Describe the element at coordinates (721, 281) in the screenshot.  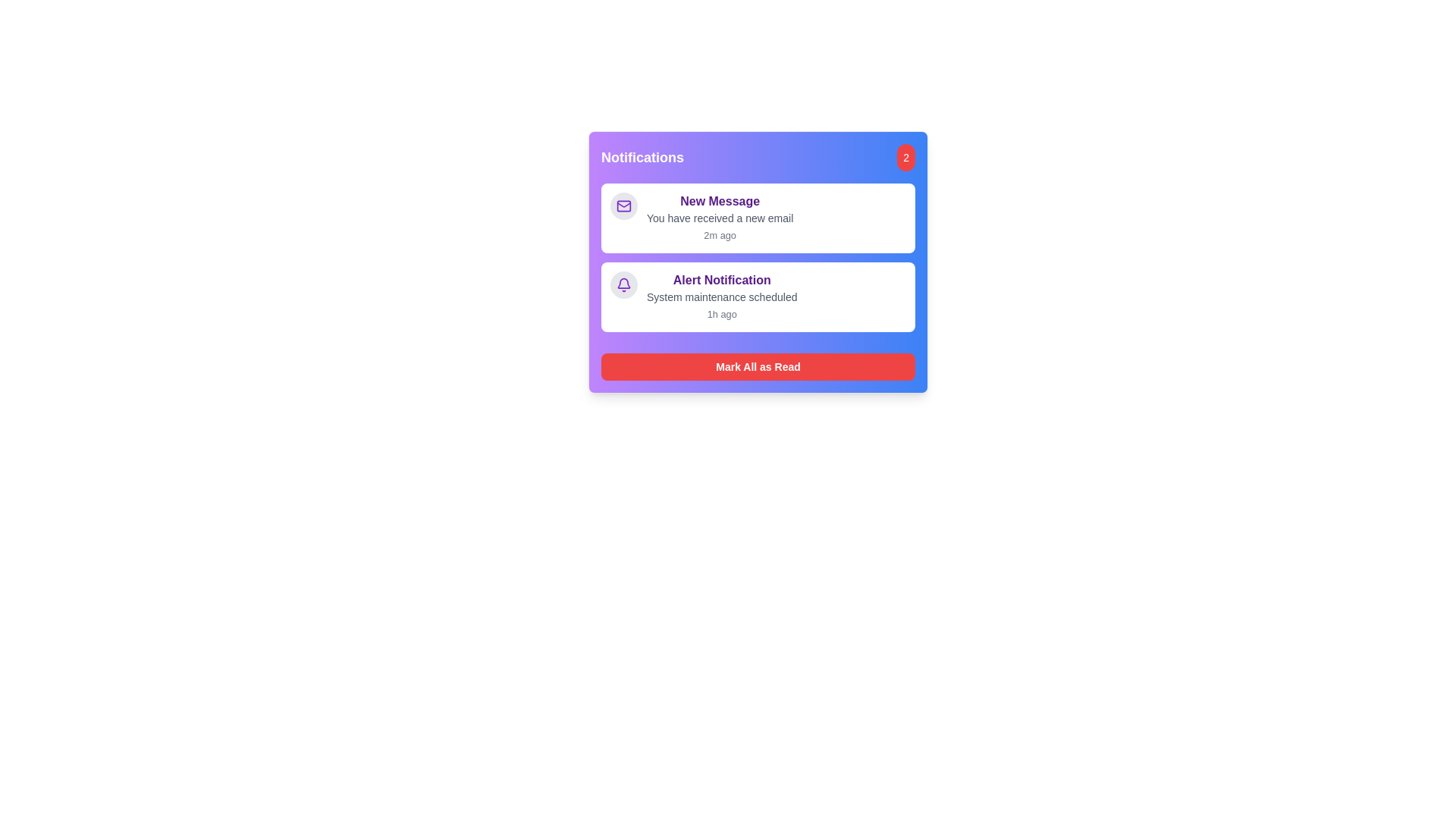
I see `the Text Label that serves as the title of the notification, located within the notification card, below the 'New Message' notification and above the 'Mark All as Read' button` at that location.